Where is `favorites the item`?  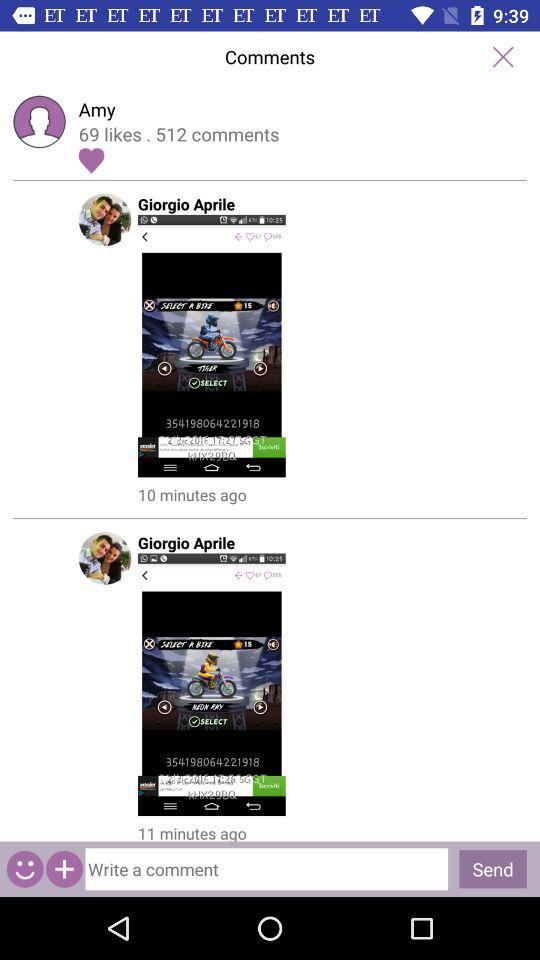
favorites the item is located at coordinates (90, 159).